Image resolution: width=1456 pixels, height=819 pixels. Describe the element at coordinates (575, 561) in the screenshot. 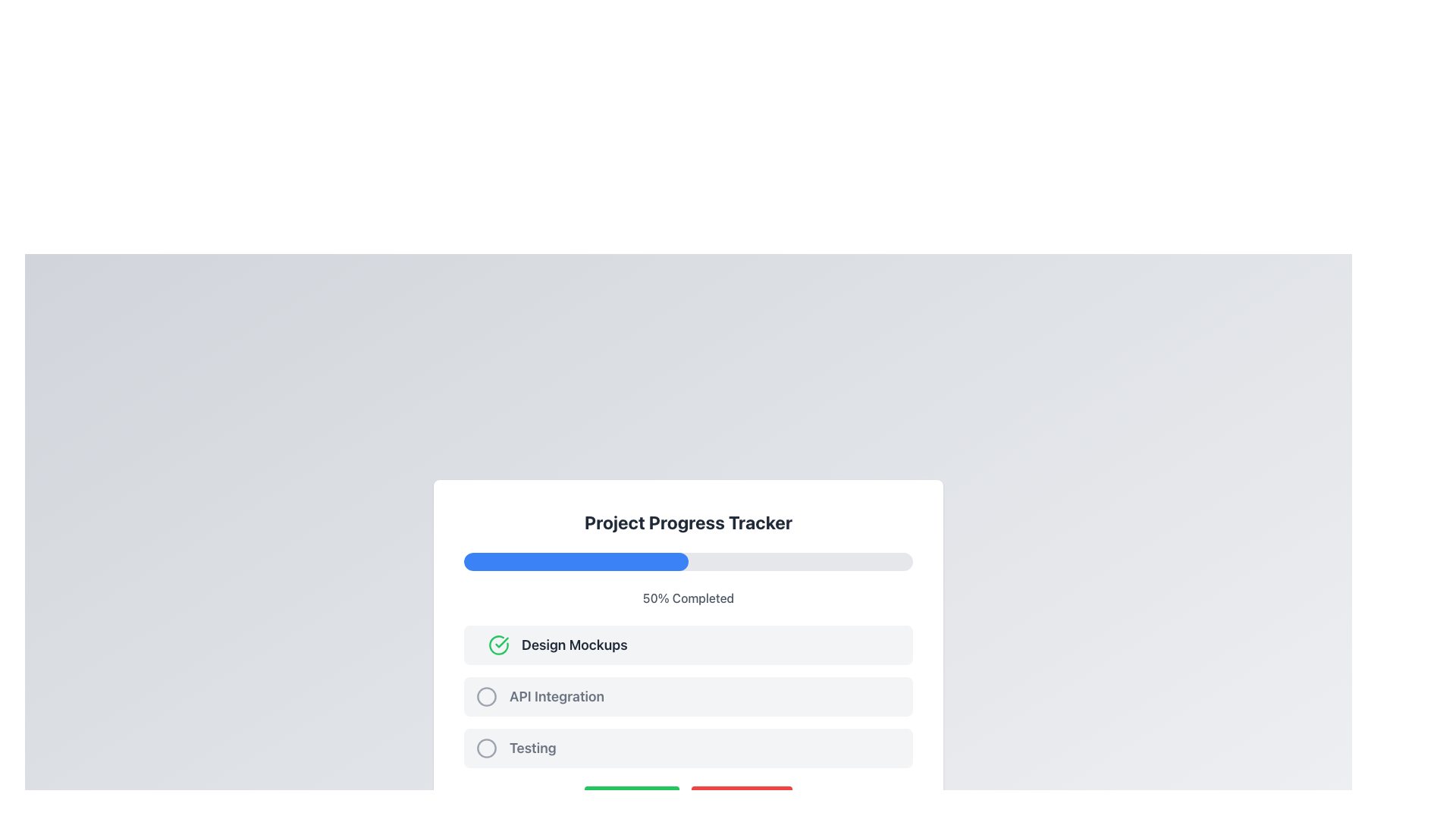

I see `the blue progress bar segment, which represents 50% of the task completion, located under 'Project Progress Tracker' and above '50% Completed'` at that location.